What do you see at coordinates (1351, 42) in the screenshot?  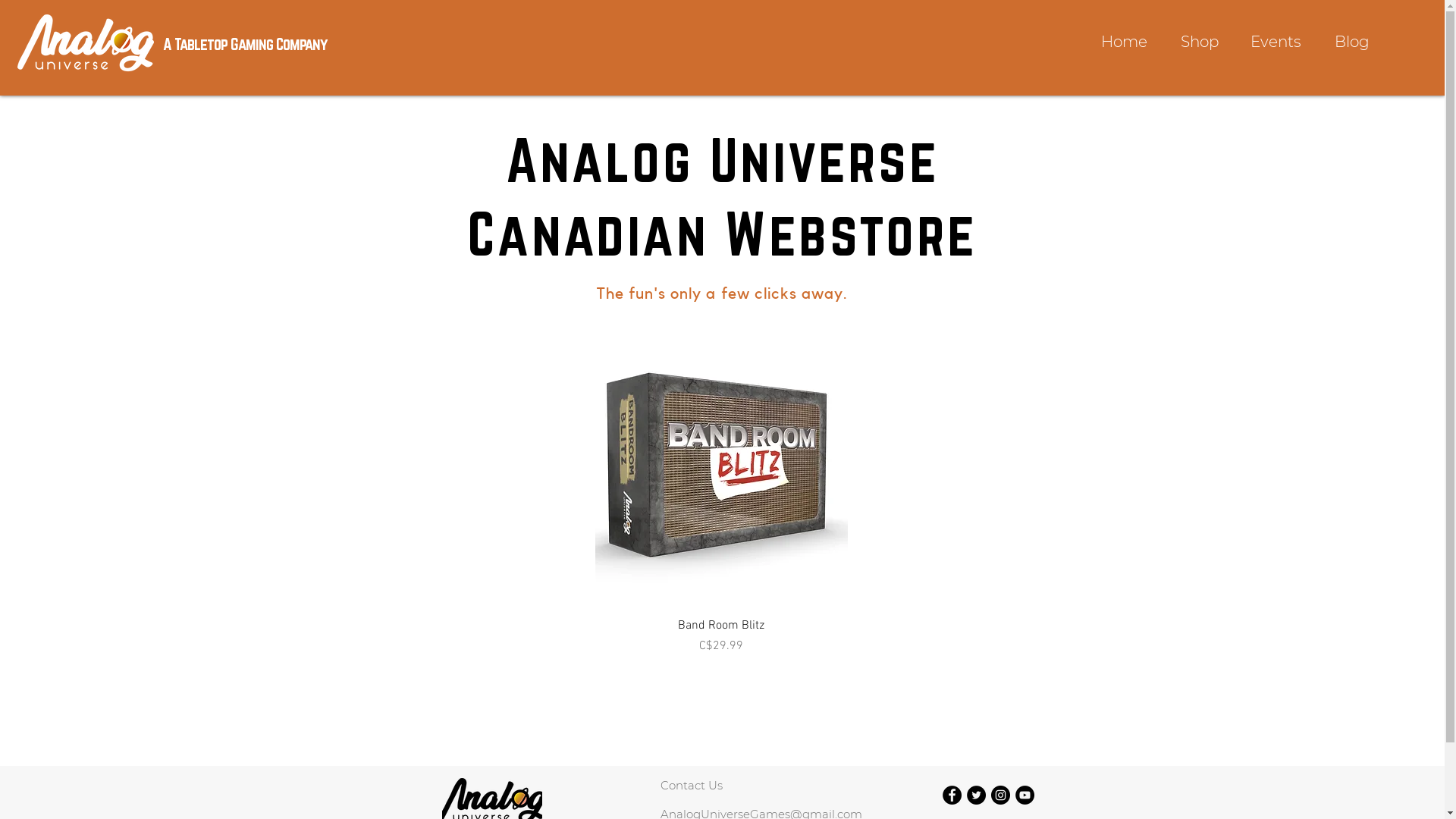 I see `'Blog'` at bounding box center [1351, 42].